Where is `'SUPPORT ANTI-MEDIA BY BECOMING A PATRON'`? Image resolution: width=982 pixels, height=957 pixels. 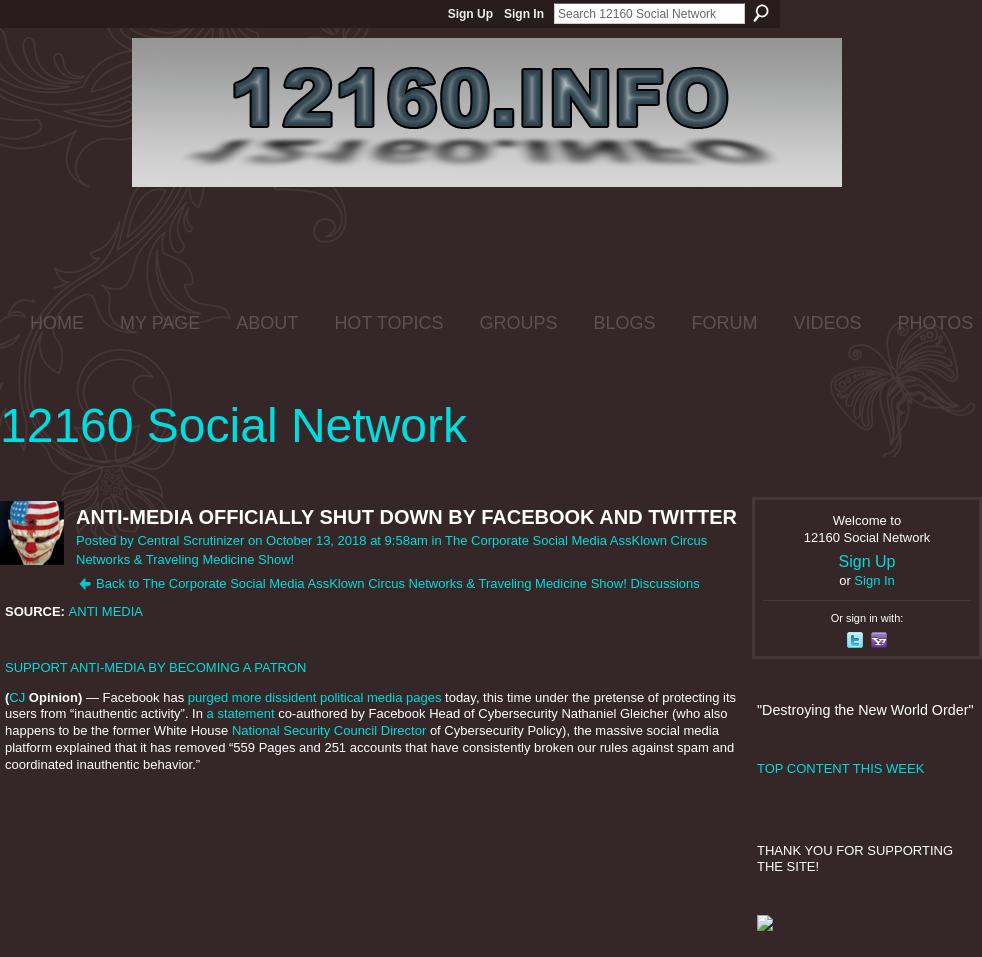 'SUPPORT ANTI-MEDIA BY BECOMING A PATRON' is located at coordinates (154, 665).